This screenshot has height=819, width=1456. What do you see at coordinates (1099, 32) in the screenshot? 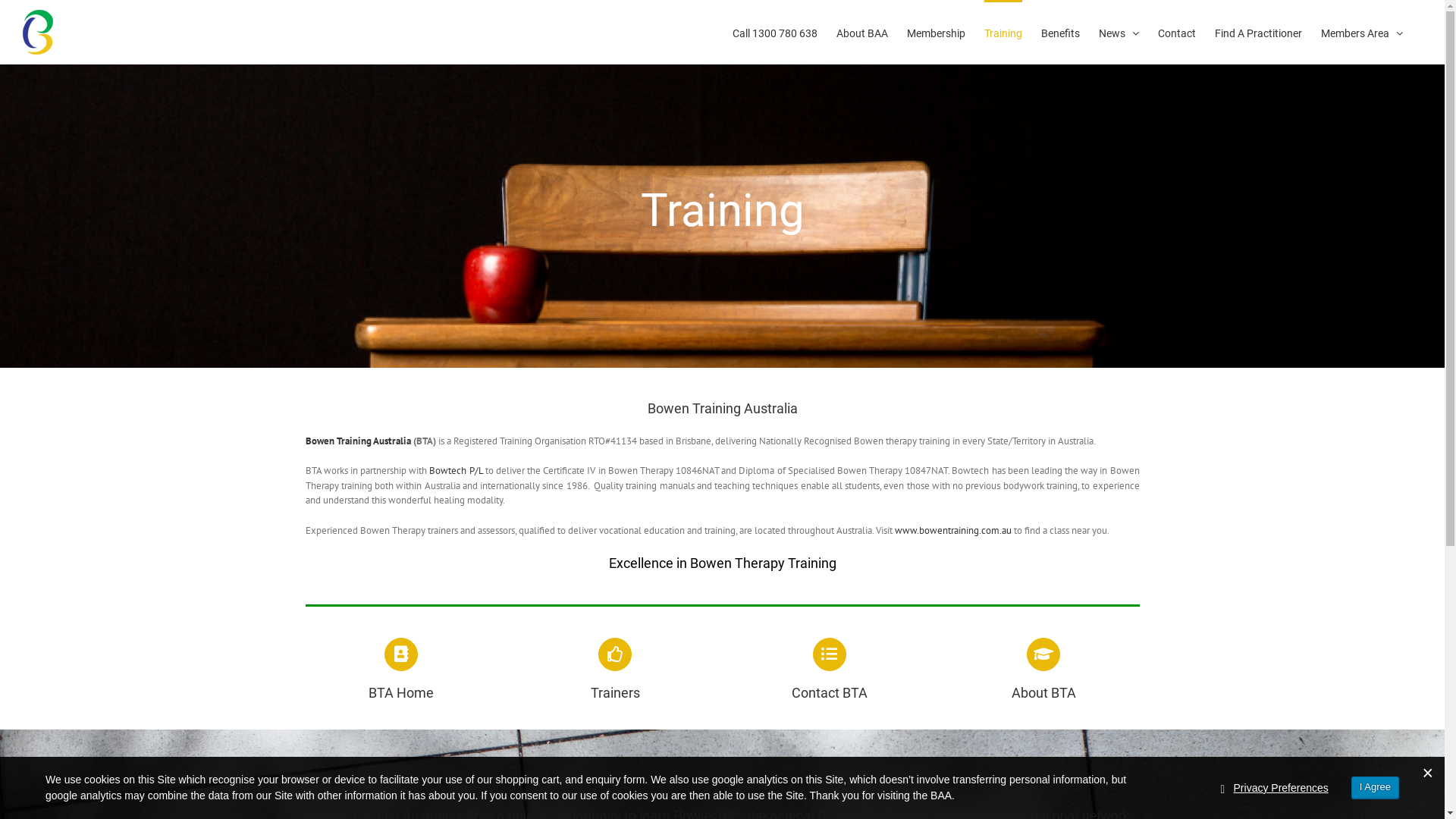
I see `'News'` at bounding box center [1099, 32].